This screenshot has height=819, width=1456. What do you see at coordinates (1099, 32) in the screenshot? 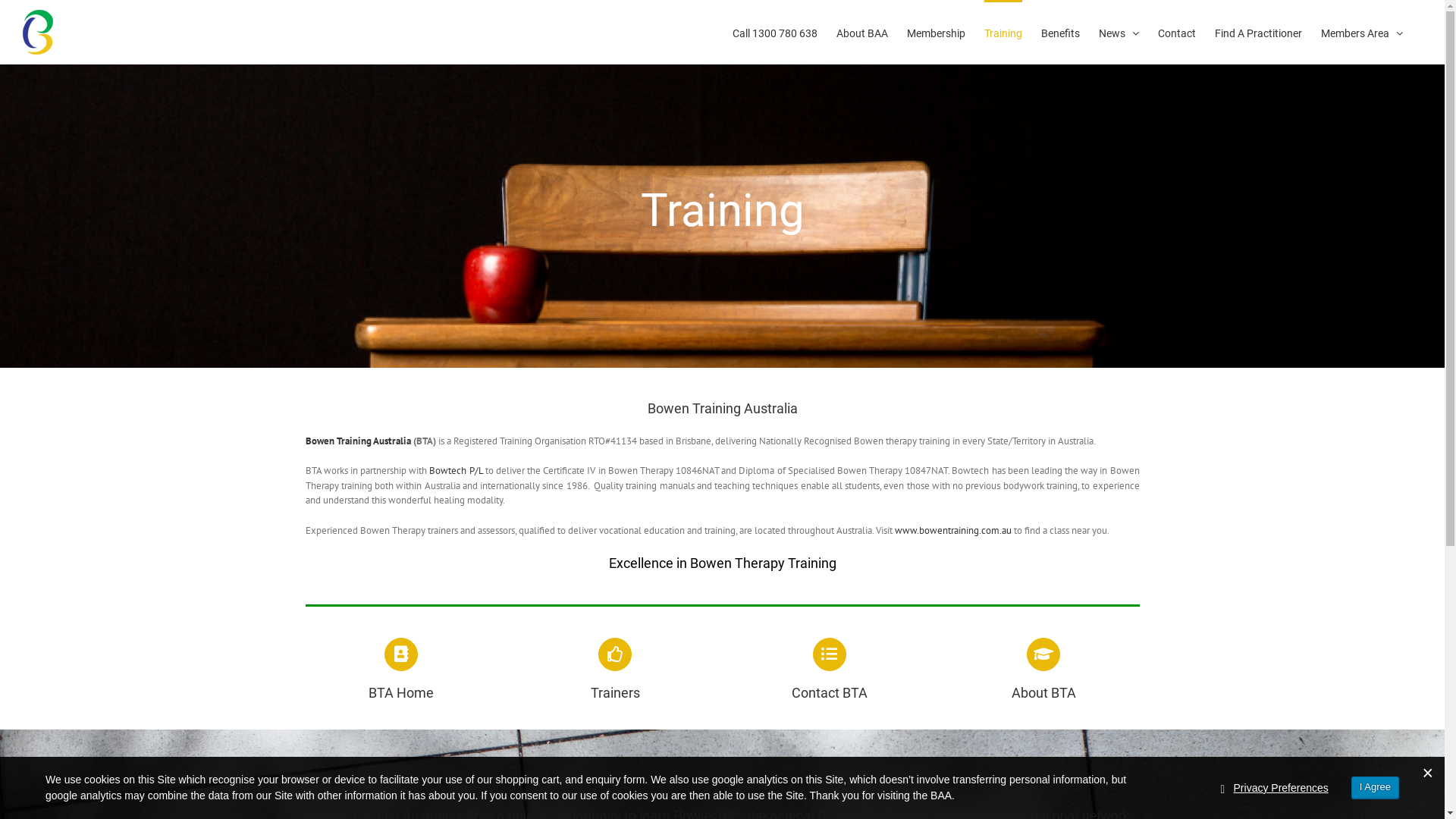
I see `'News'` at bounding box center [1099, 32].